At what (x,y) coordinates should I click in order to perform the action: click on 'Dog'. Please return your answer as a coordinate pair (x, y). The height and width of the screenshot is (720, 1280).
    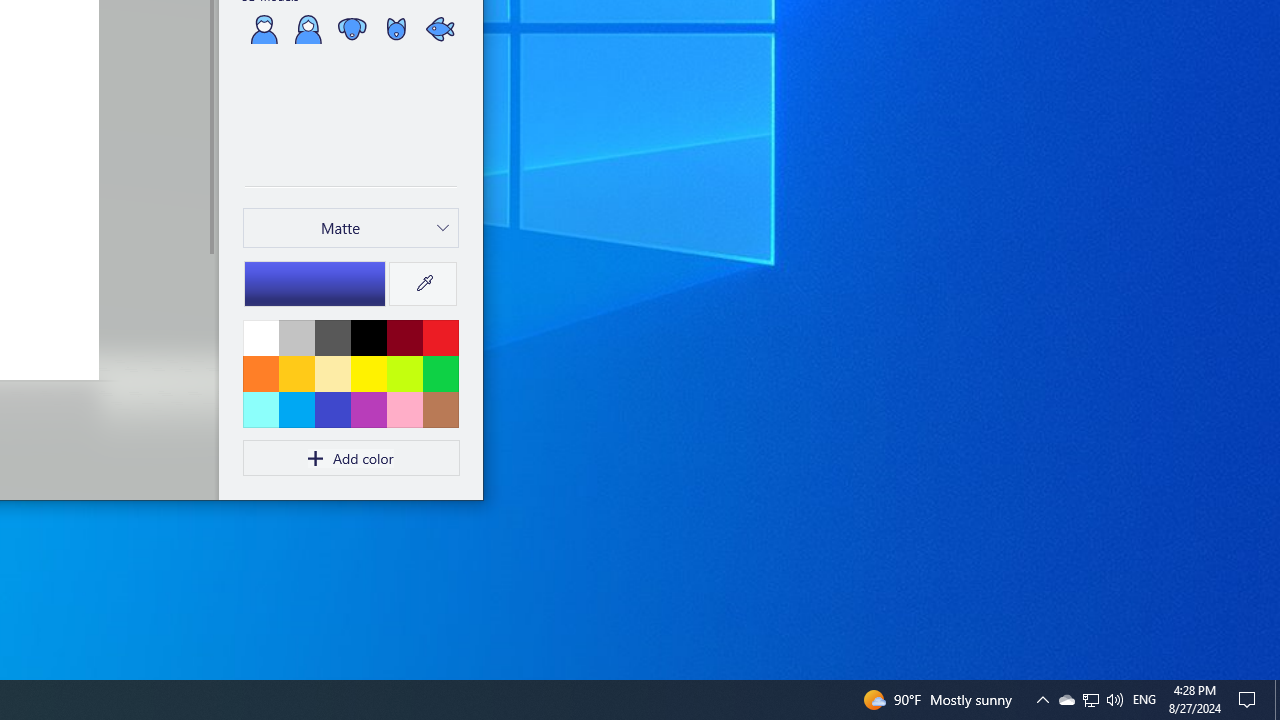
    Looking at the image, I should click on (352, 28).